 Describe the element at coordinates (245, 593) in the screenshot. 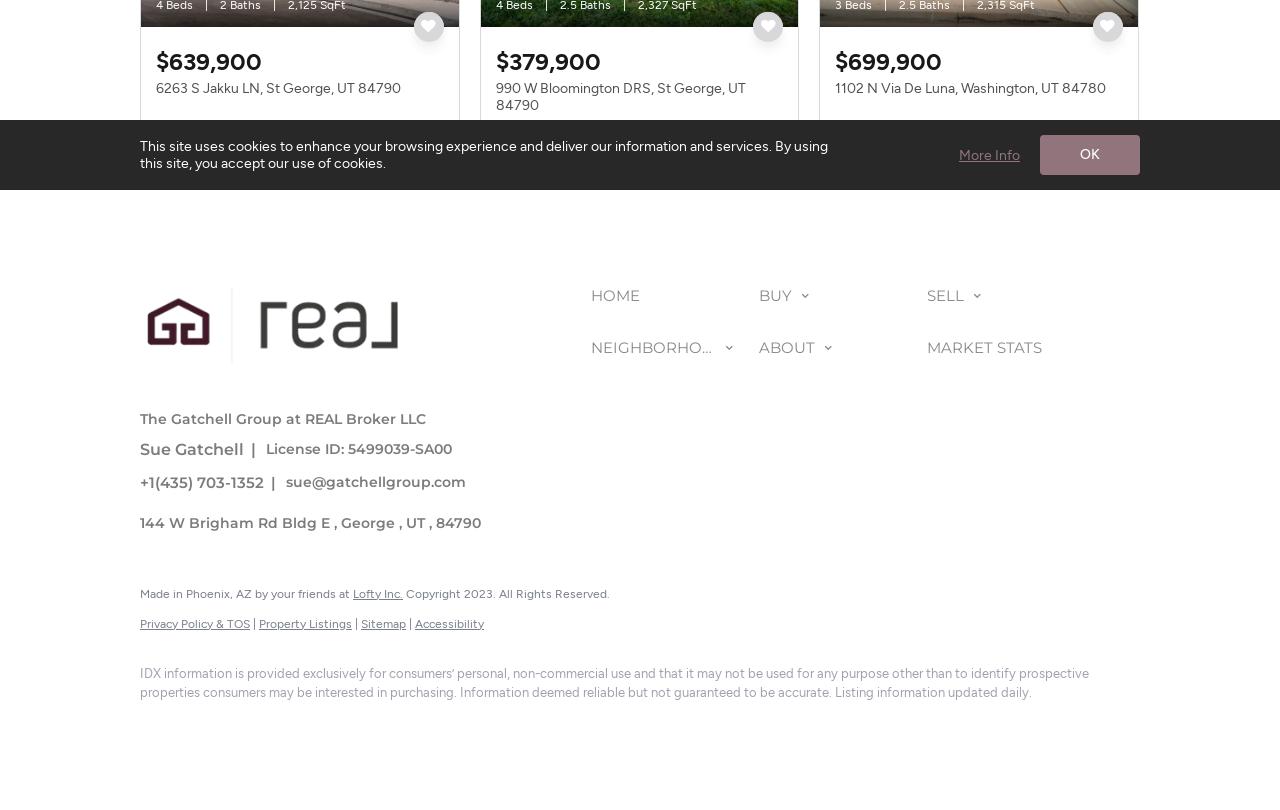

I see `'Made in Phoenix, AZ by your friends at'` at that location.